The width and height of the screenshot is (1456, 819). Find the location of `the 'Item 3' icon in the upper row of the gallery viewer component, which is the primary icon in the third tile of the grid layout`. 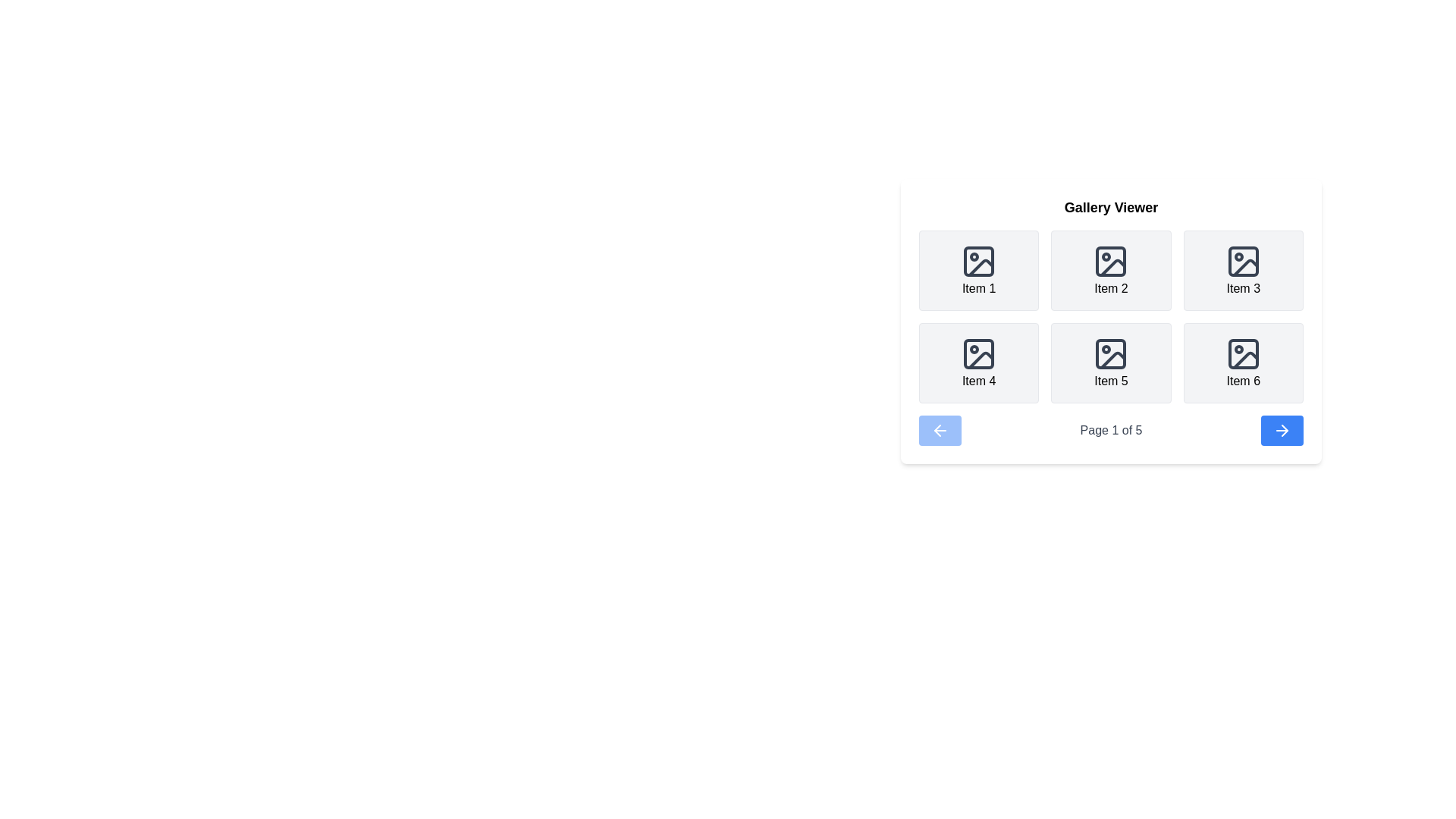

the 'Item 3' icon in the upper row of the gallery viewer component, which is the primary icon in the third tile of the grid layout is located at coordinates (1243, 260).